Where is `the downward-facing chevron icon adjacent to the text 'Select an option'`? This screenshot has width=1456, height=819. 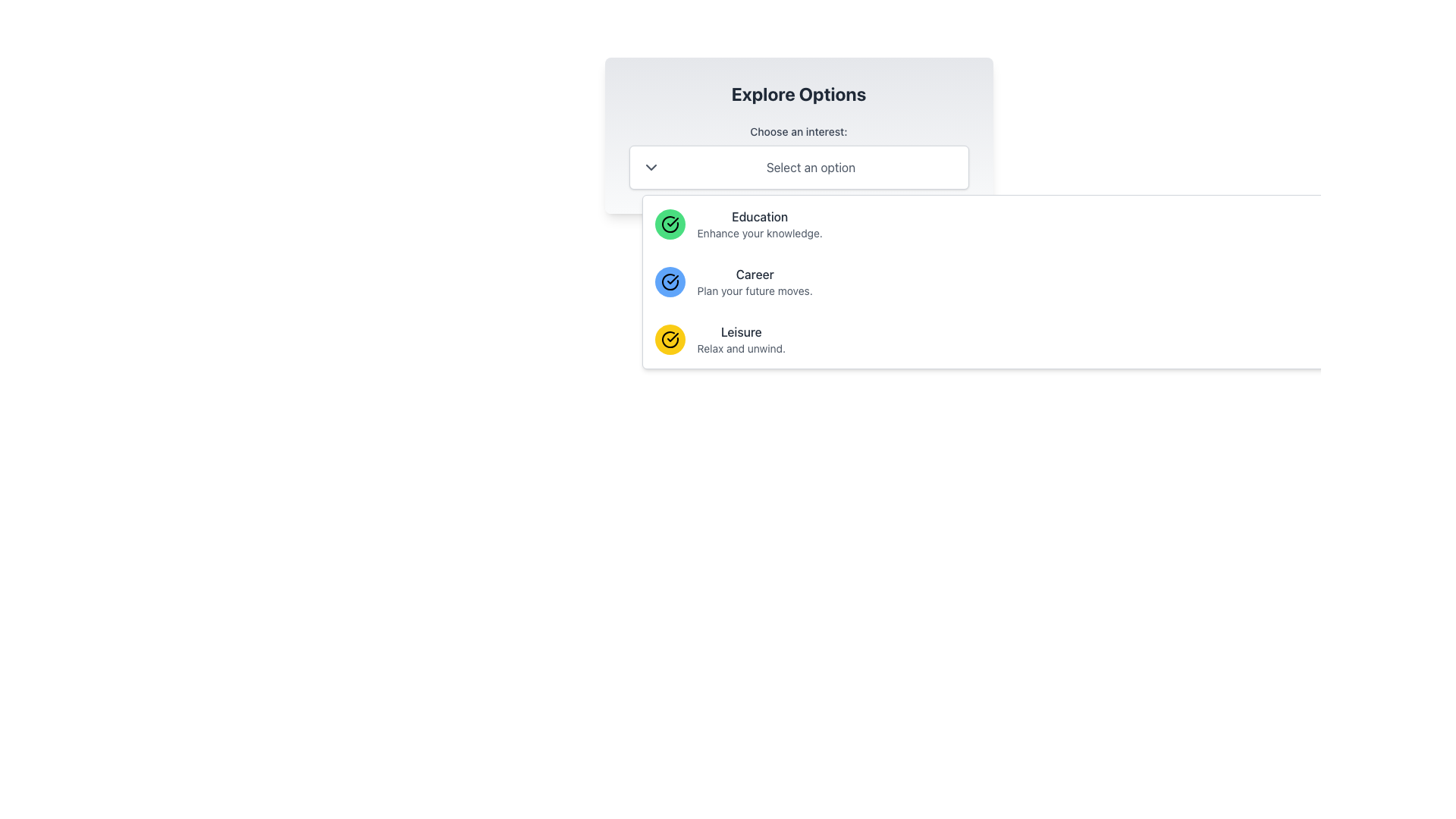 the downward-facing chevron icon adjacent to the text 'Select an option' is located at coordinates (651, 167).